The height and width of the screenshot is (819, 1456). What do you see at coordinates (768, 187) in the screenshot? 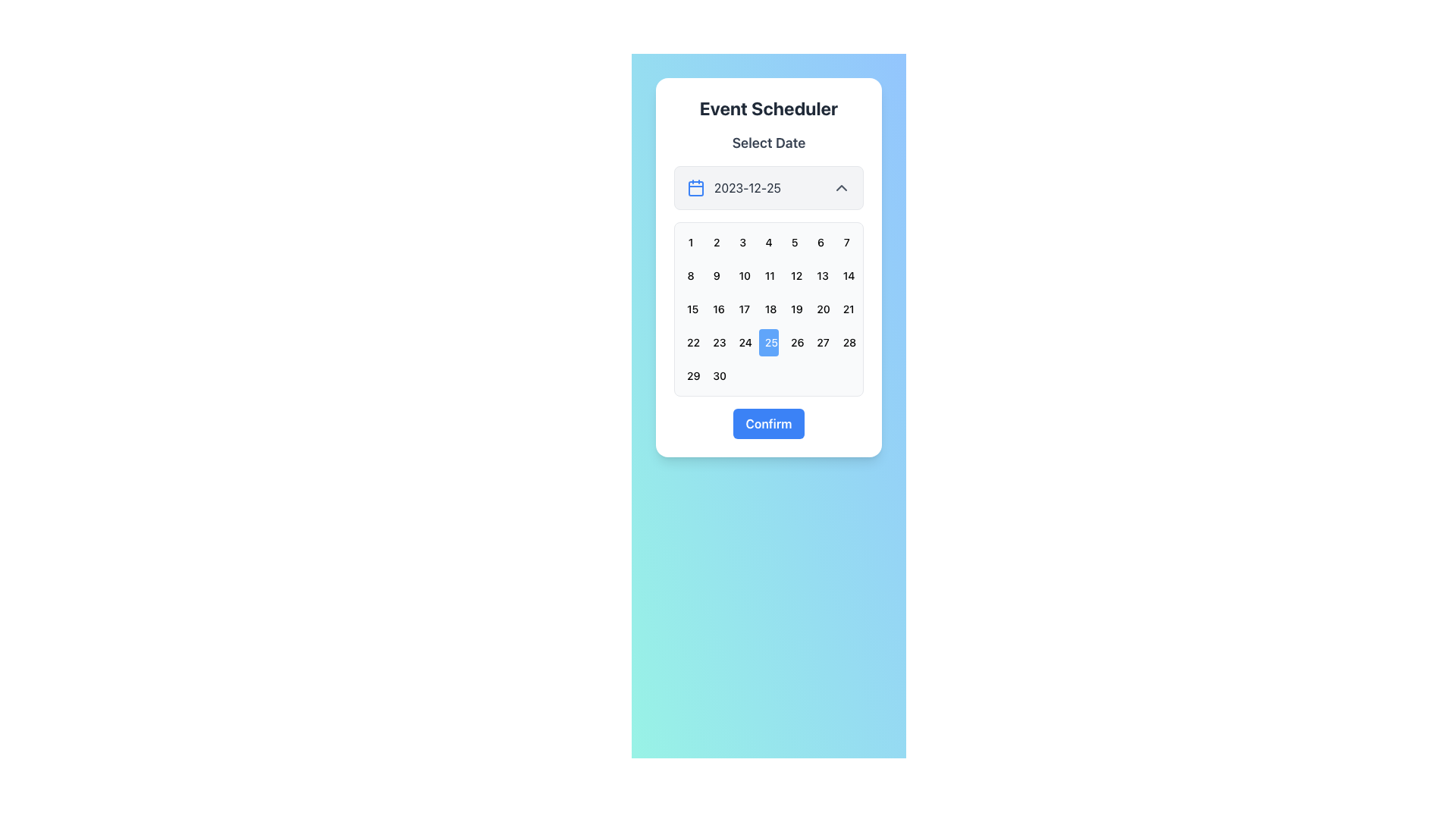
I see `the date display element located below the 'Select Date' header, which shows the currently selected date and is positioned between a calendar icon and a chevron icon` at bounding box center [768, 187].